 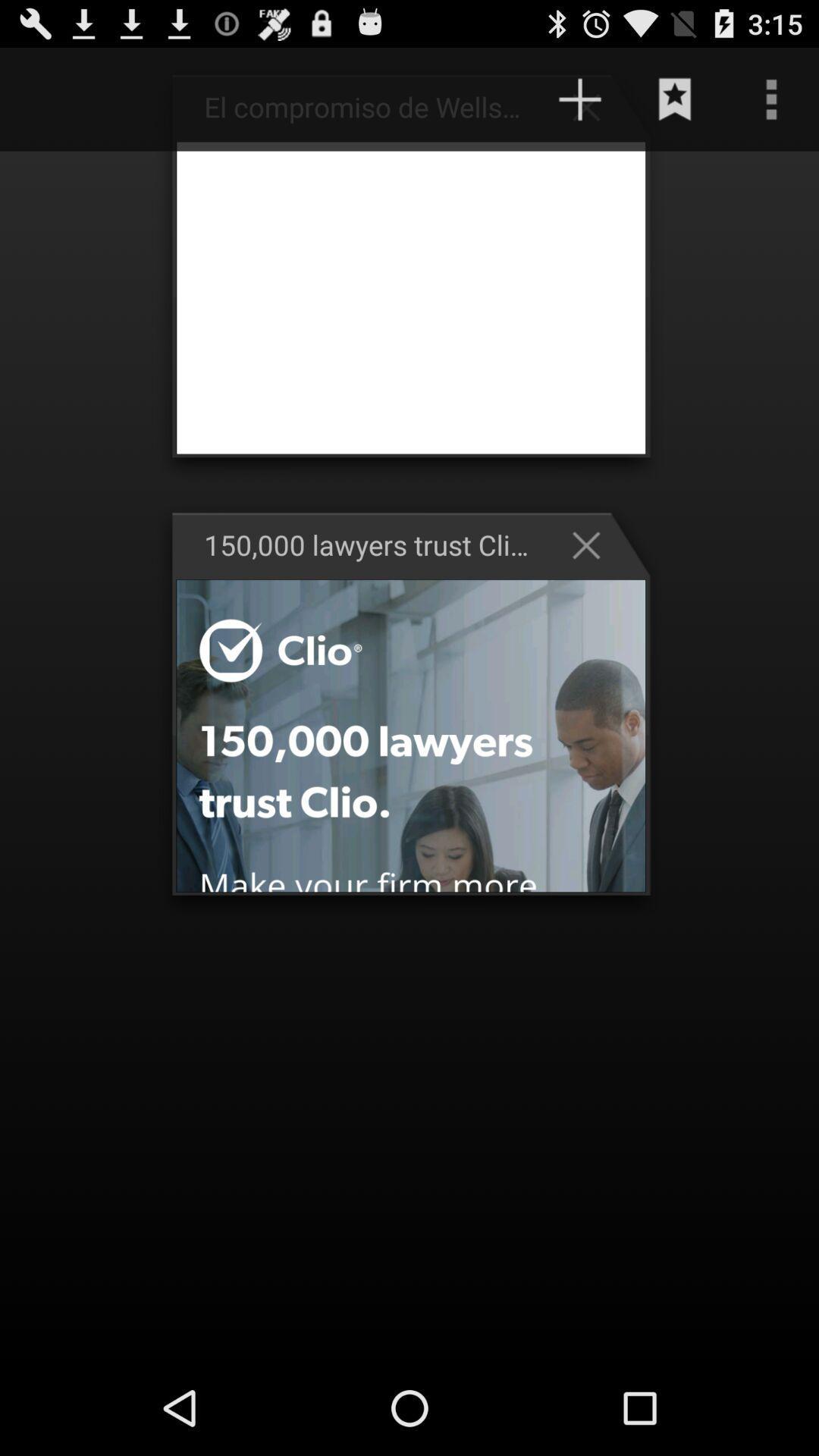 I want to click on the bookmark icon, so click(x=675, y=105).